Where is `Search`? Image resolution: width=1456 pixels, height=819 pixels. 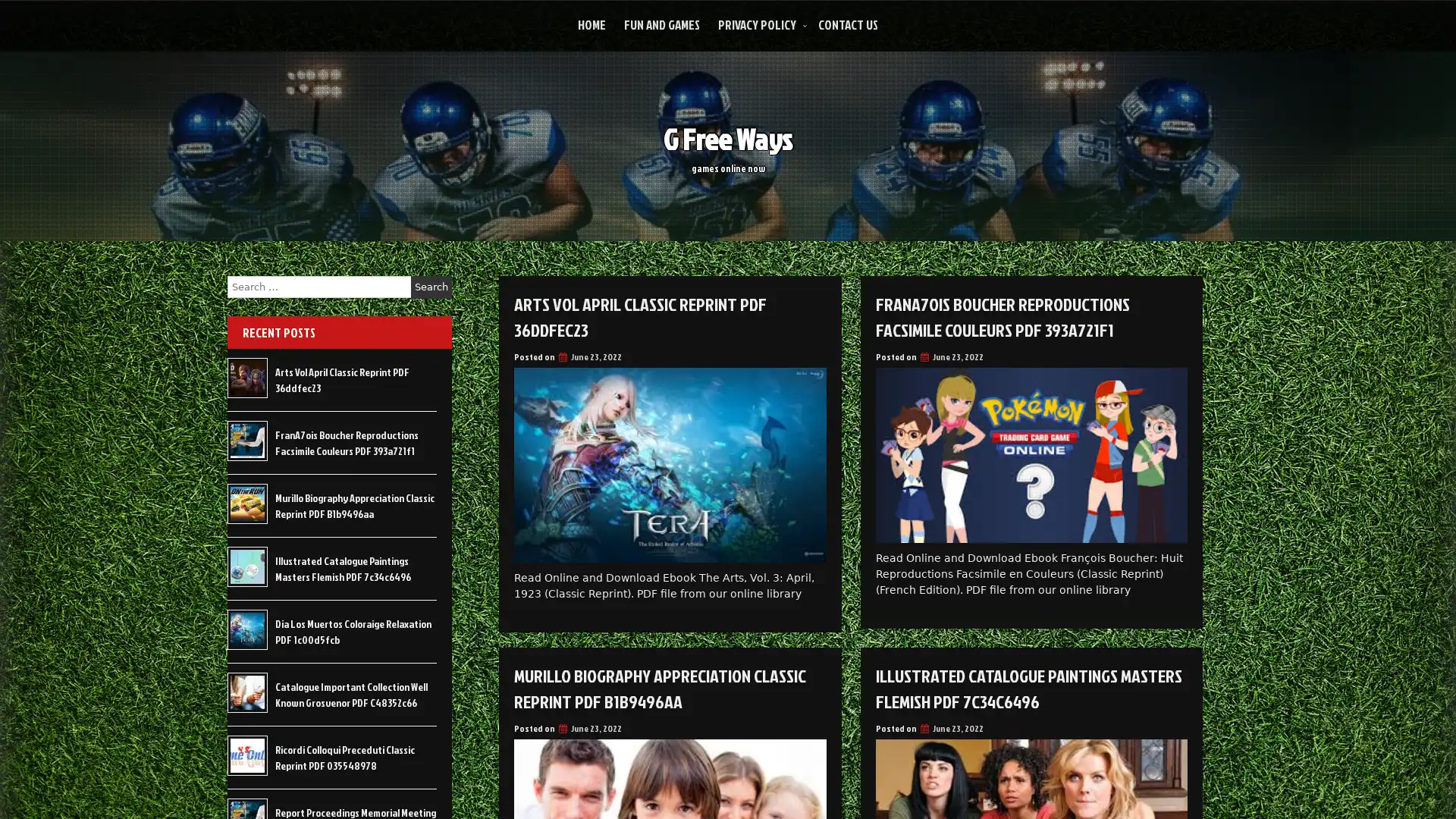 Search is located at coordinates (431, 287).